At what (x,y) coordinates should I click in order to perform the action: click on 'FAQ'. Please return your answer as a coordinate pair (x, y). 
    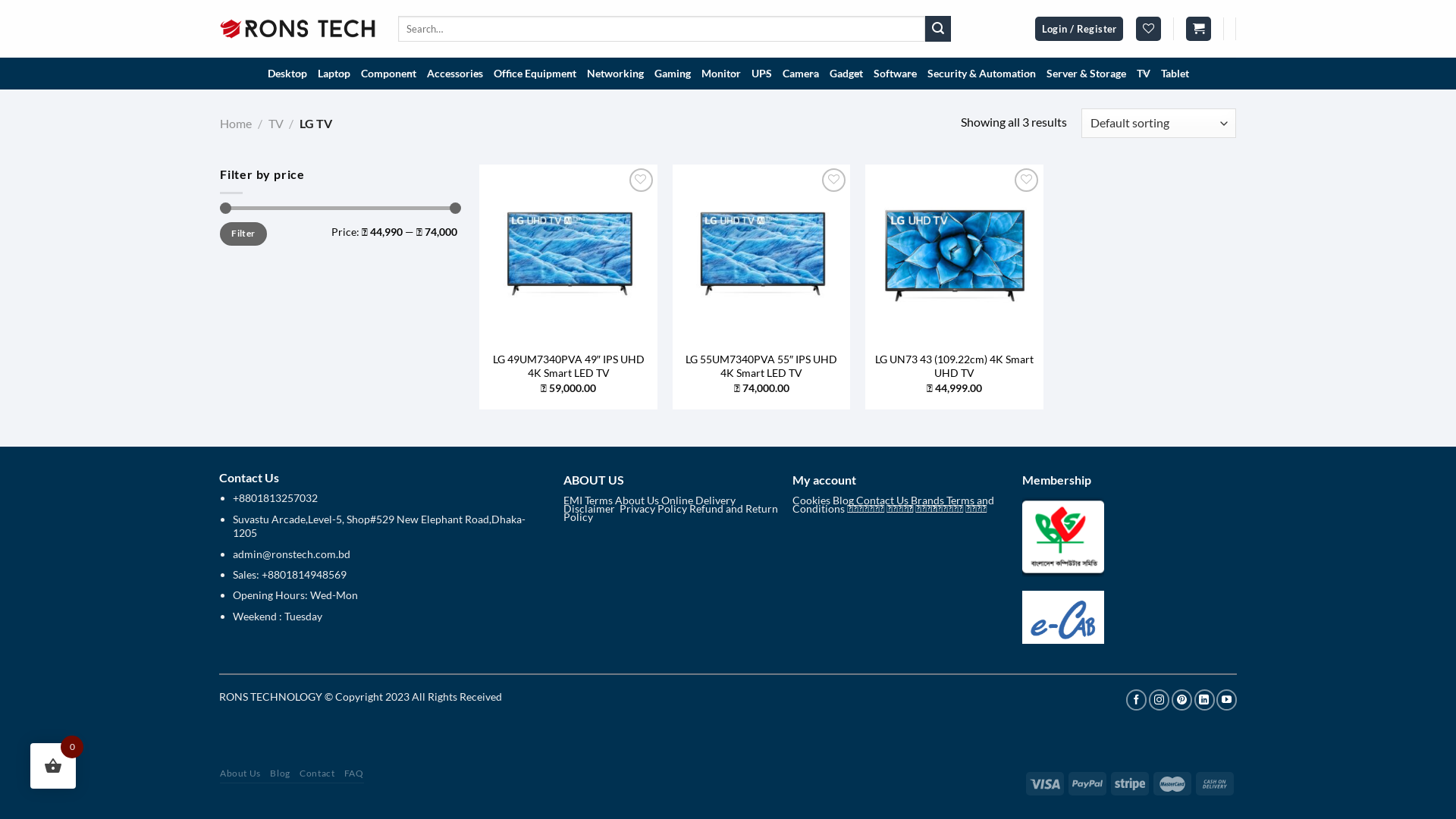
    Looking at the image, I should click on (353, 773).